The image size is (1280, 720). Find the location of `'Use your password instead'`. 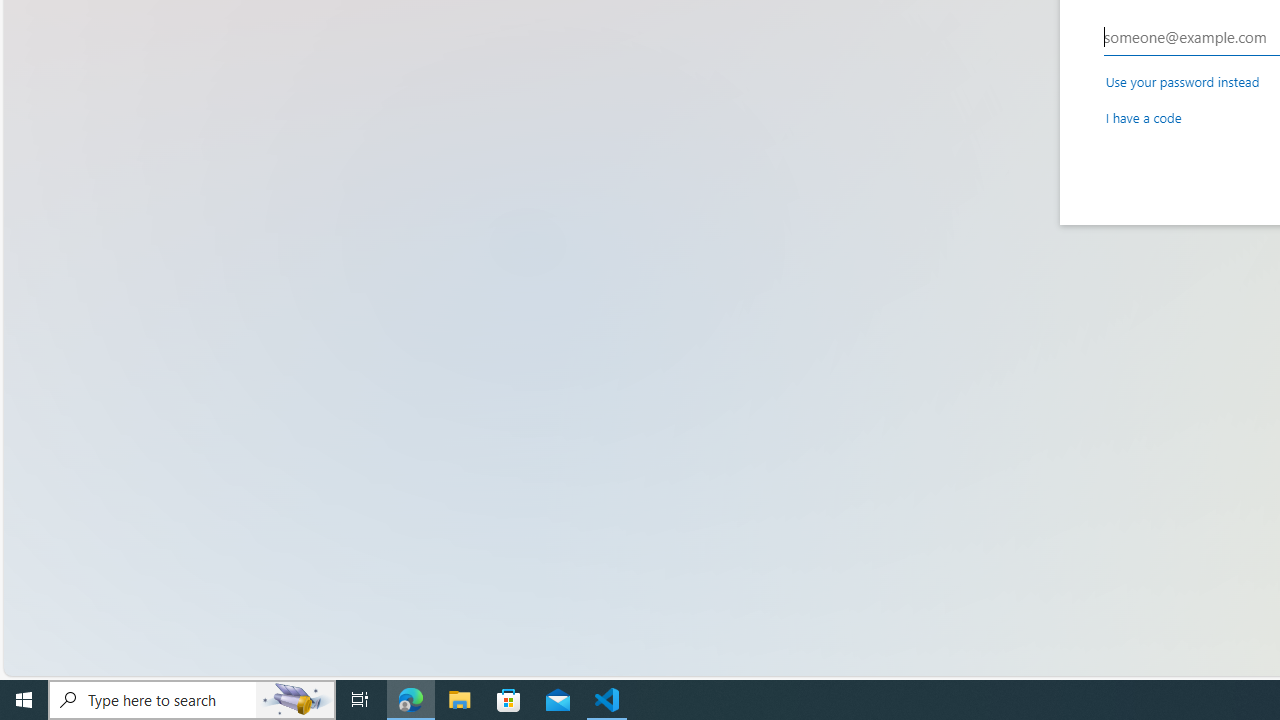

'Use your password instead' is located at coordinates (1182, 80).